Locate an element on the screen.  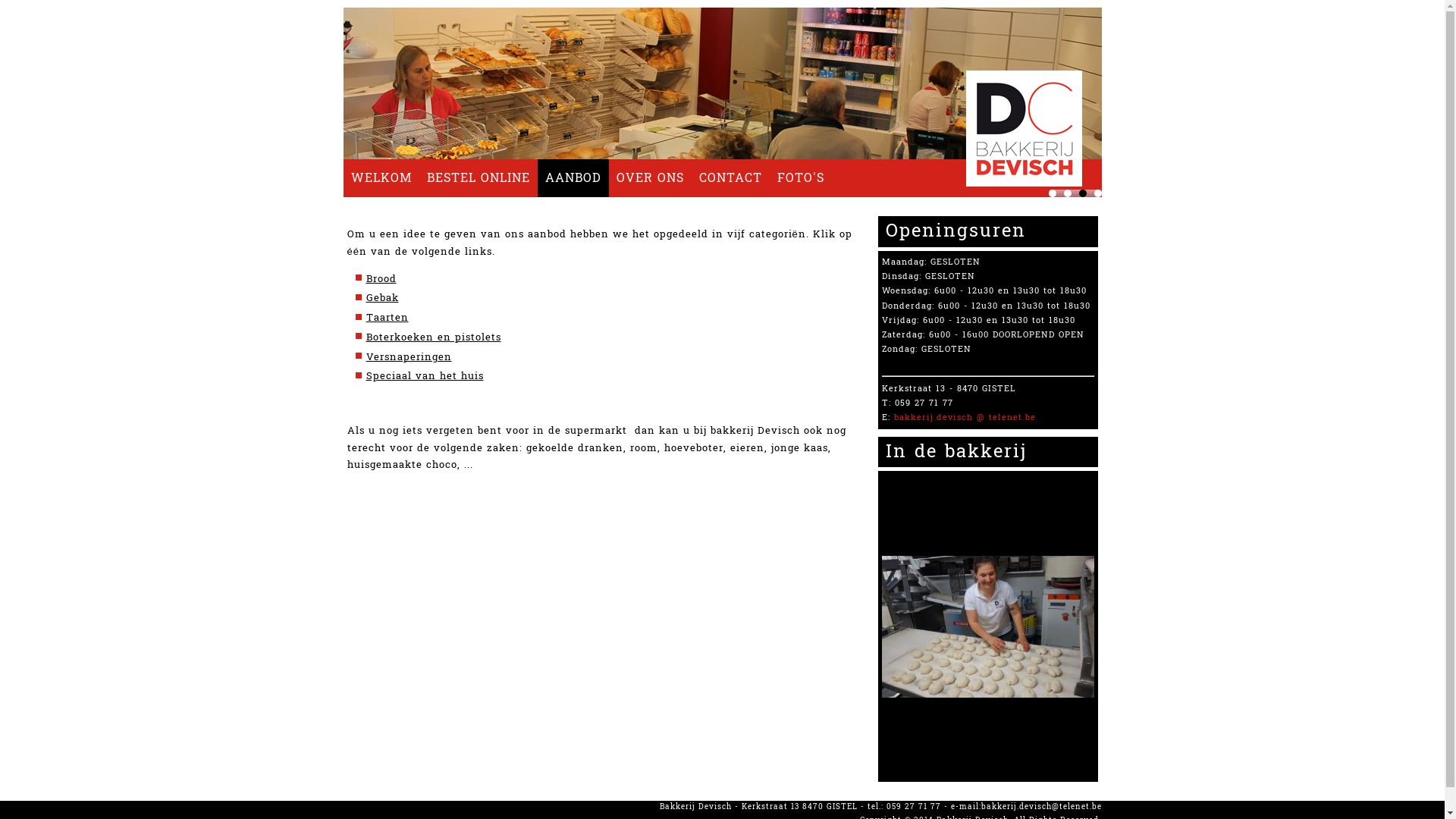
'Boterkoeken en pistolets' is located at coordinates (432, 336).